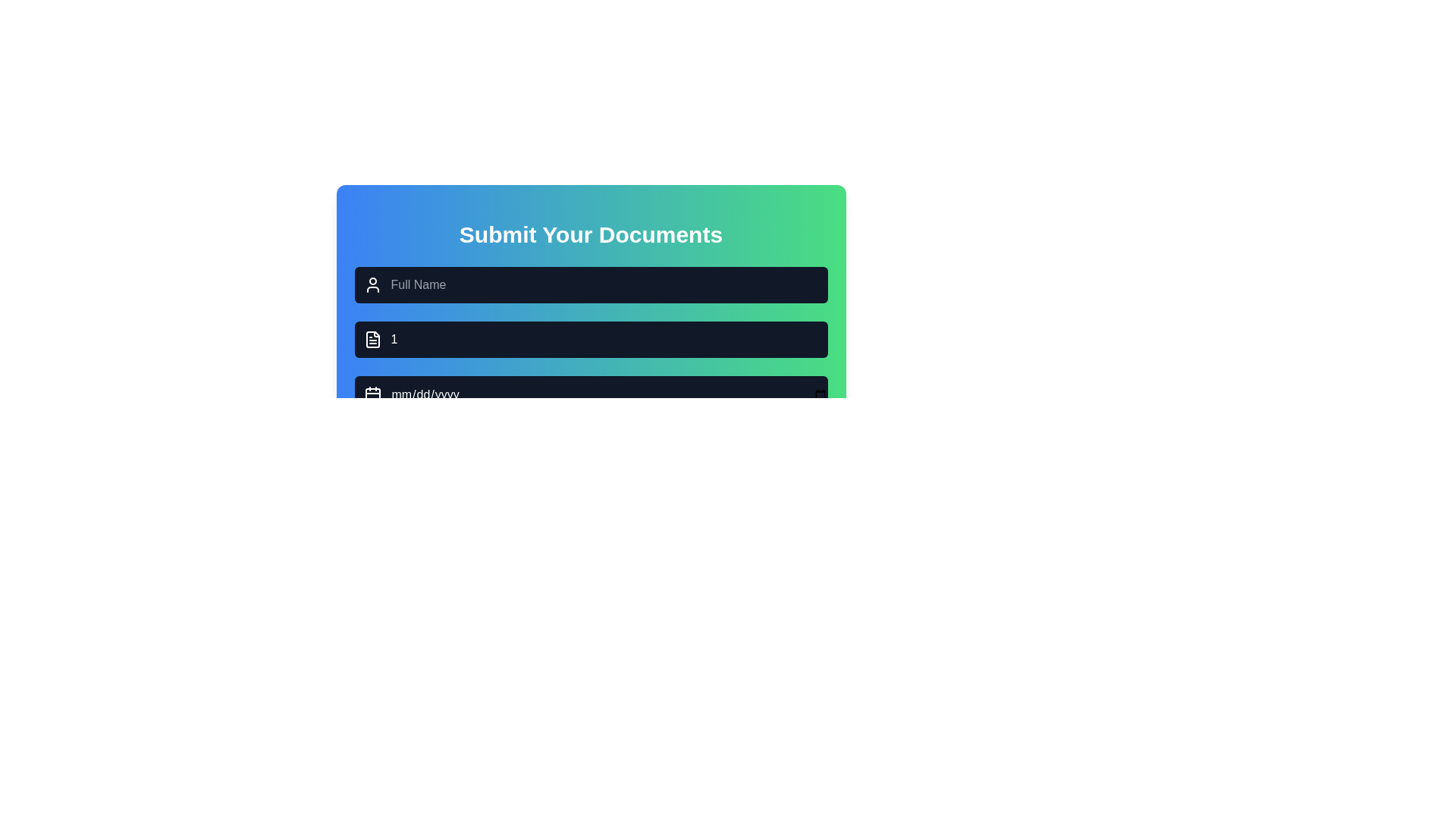  What do you see at coordinates (590, 394) in the screenshot?
I see `a date from the calendar picker in the date input field located below the 'Full Name' and '1' input fields in the 'Submit Your Documents' form` at bounding box center [590, 394].